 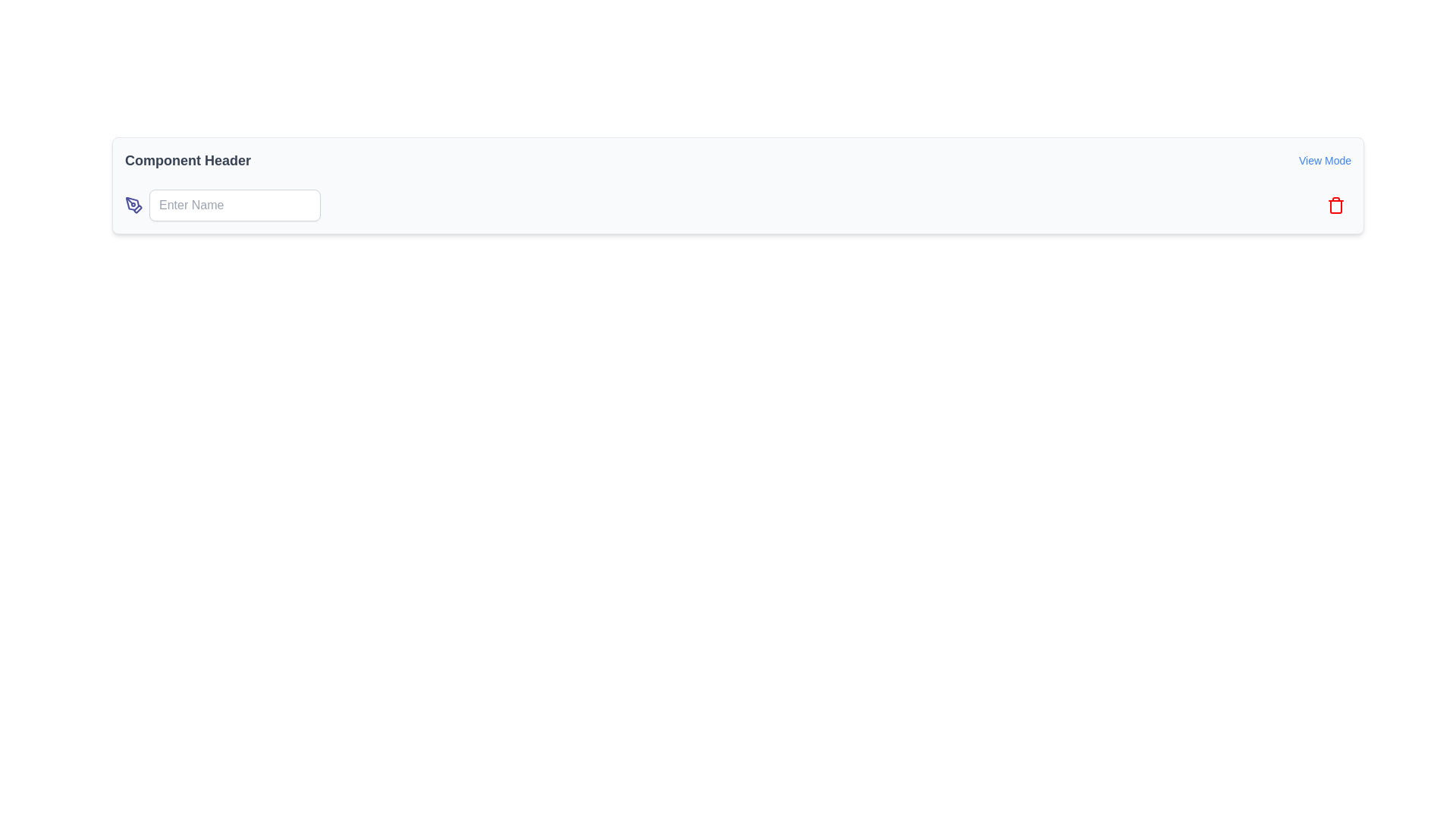 What do you see at coordinates (1335, 205) in the screenshot?
I see `the trash icon button located in the upper-right corner of the main content area, adjacent to the 'View Mode' text link` at bounding box center [1335, 205].